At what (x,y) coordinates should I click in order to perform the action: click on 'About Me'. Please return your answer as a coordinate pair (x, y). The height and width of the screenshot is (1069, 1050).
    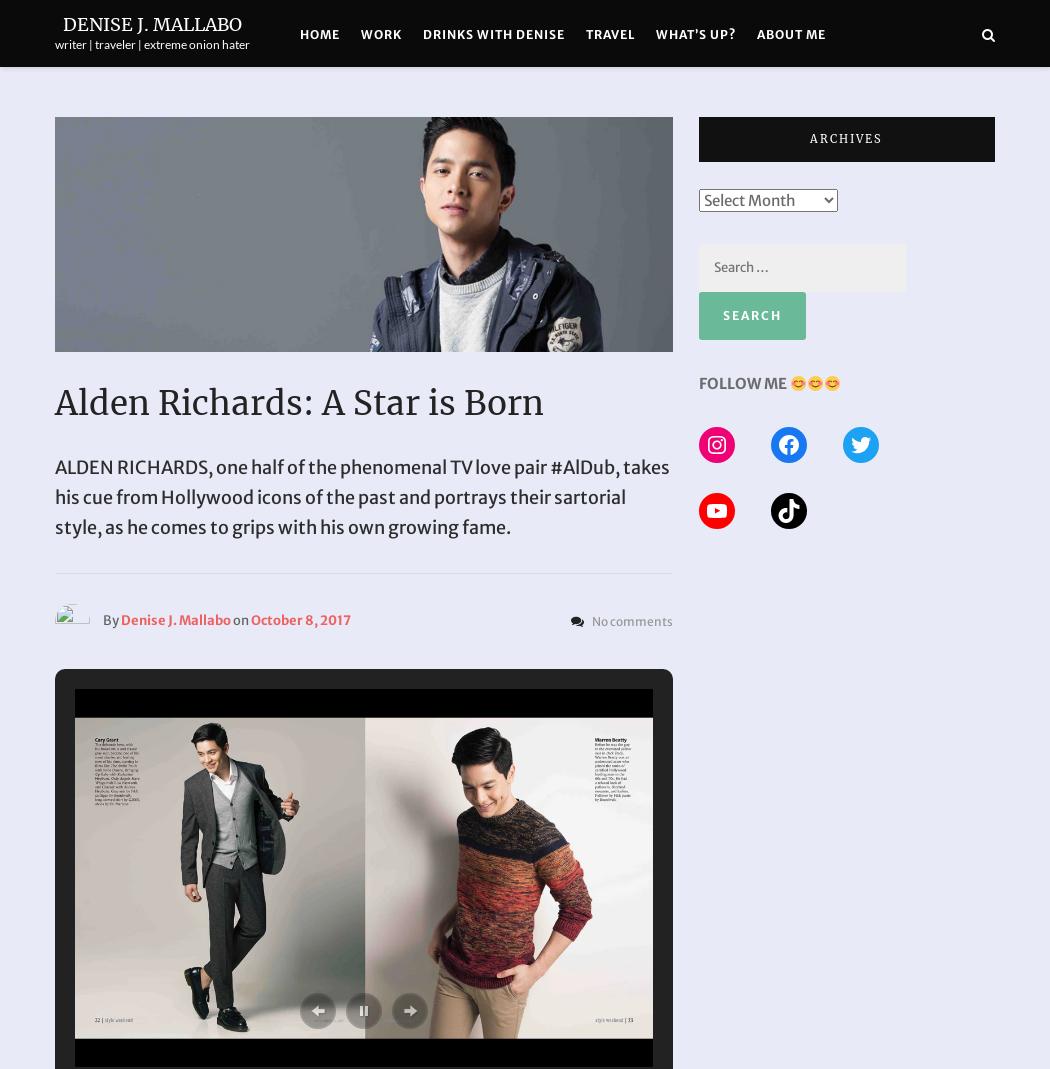
    Looking at the image, I should click on (790, 33).